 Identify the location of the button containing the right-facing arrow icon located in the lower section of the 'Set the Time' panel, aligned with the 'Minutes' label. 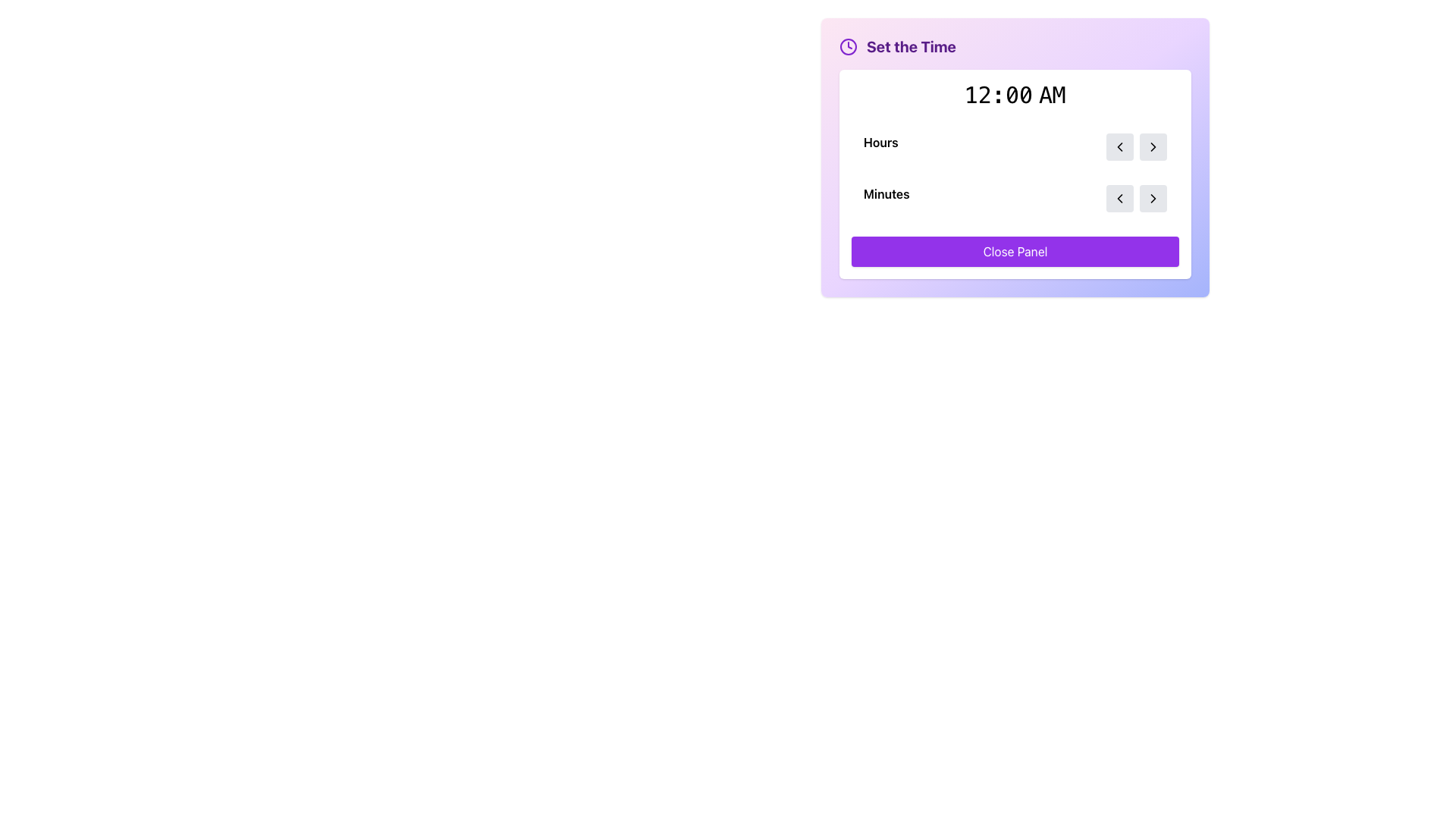
(1153, 198).